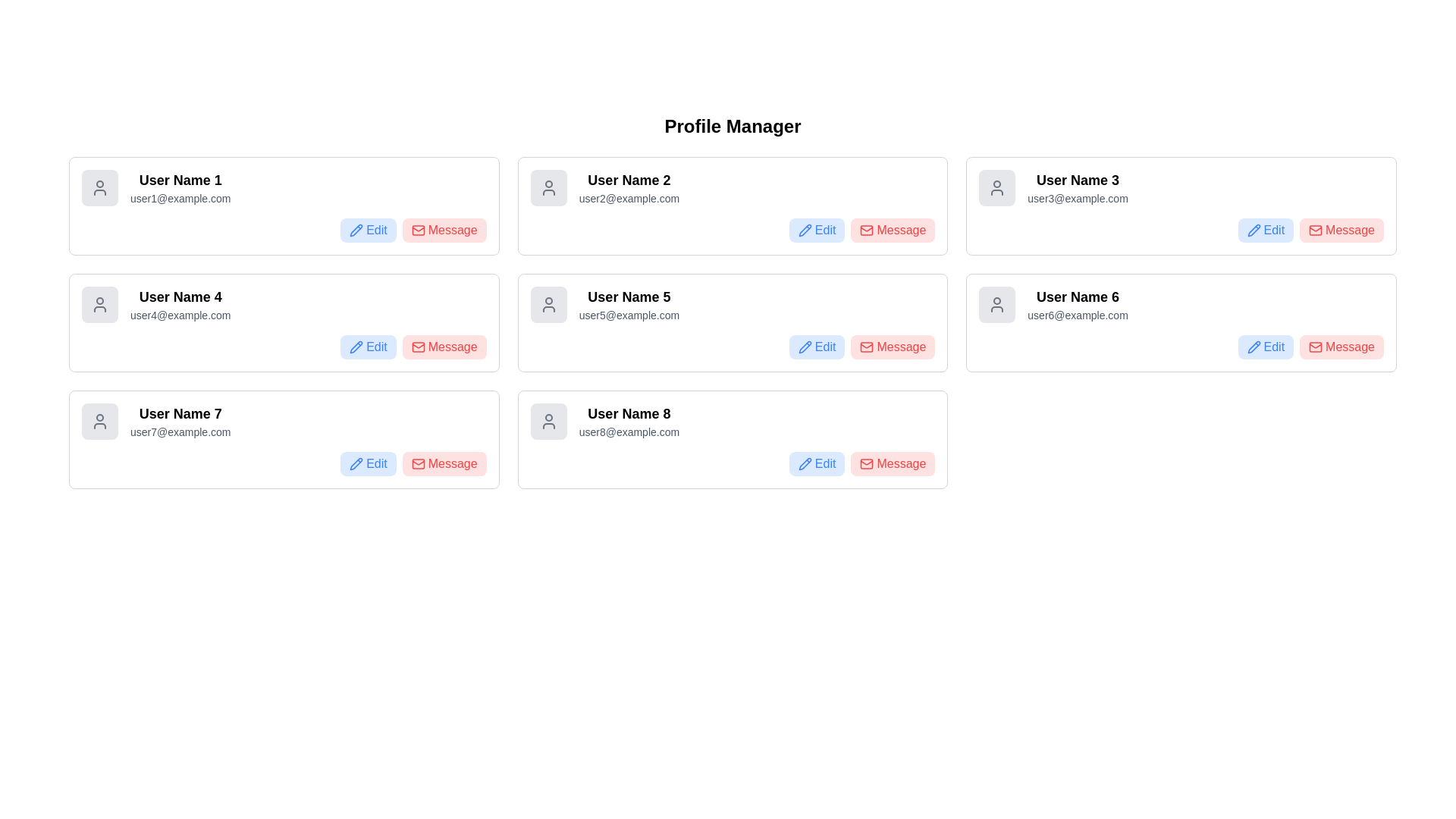  Describe the element at coordinates (1341, 231) in the screenshot. I see `the message button located in the top-right corner of 'User Name 3's profile card` at that location.